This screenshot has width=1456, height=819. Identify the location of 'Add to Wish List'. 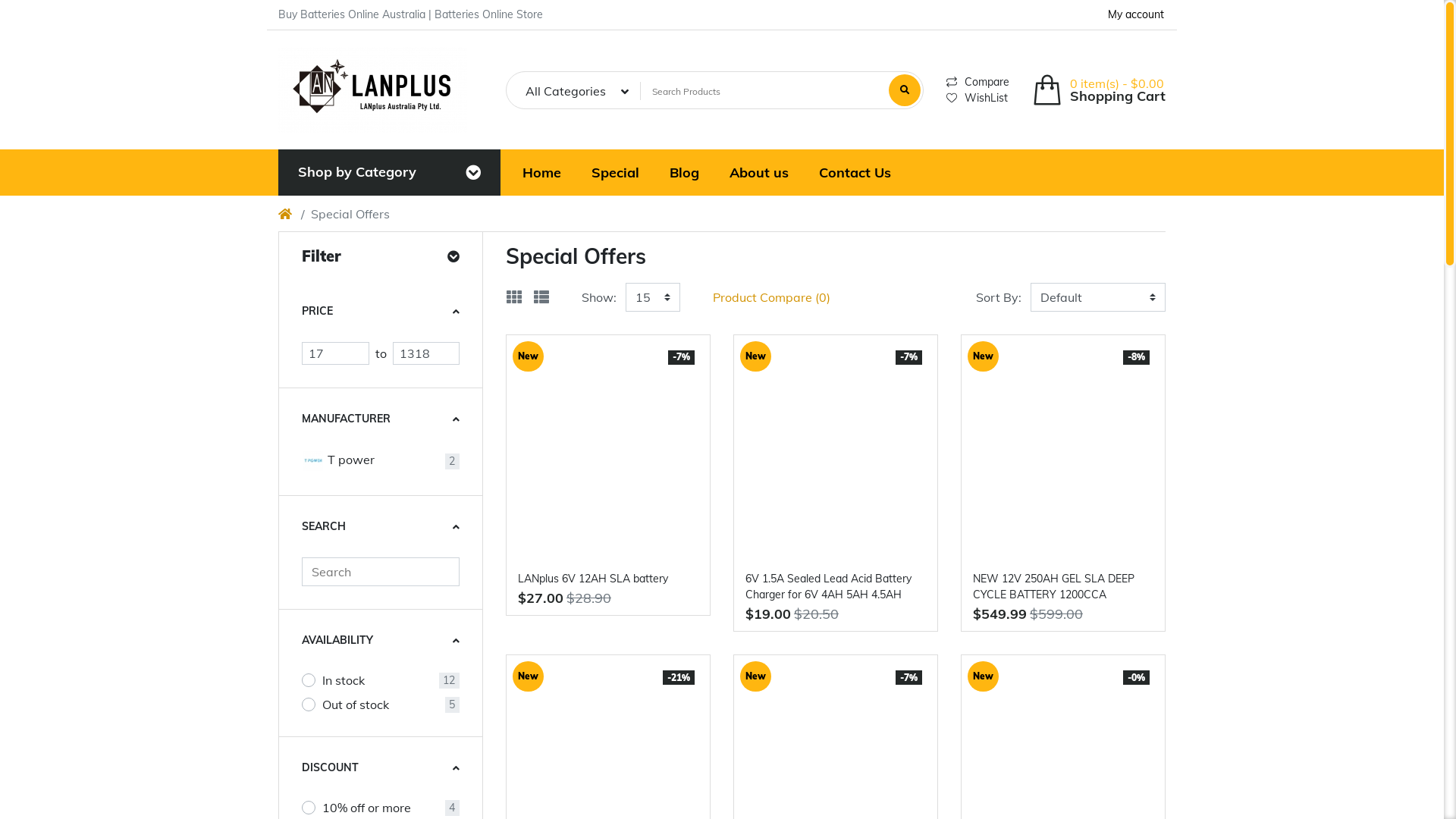
(818, 640).